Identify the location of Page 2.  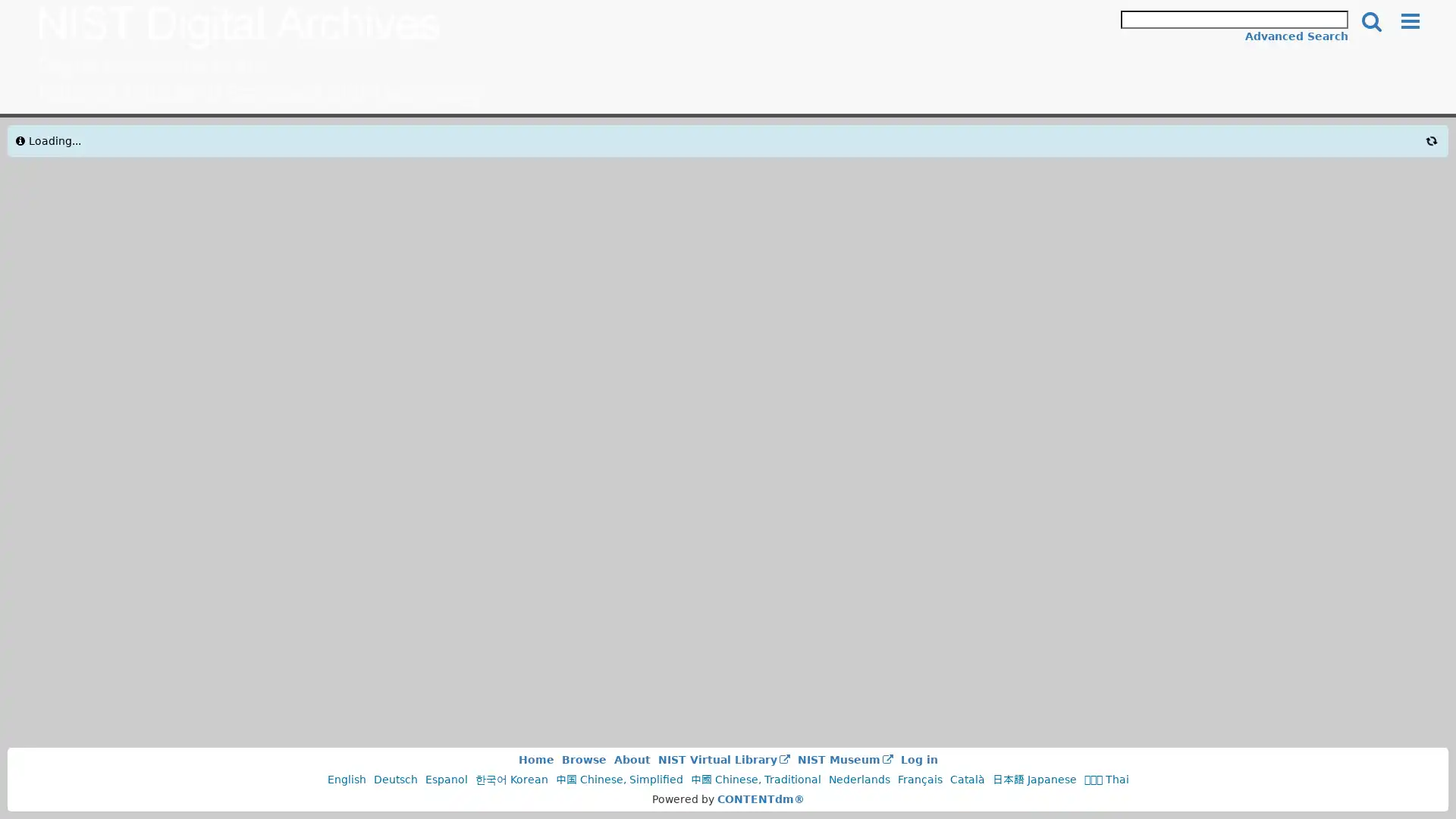
(857, 265).